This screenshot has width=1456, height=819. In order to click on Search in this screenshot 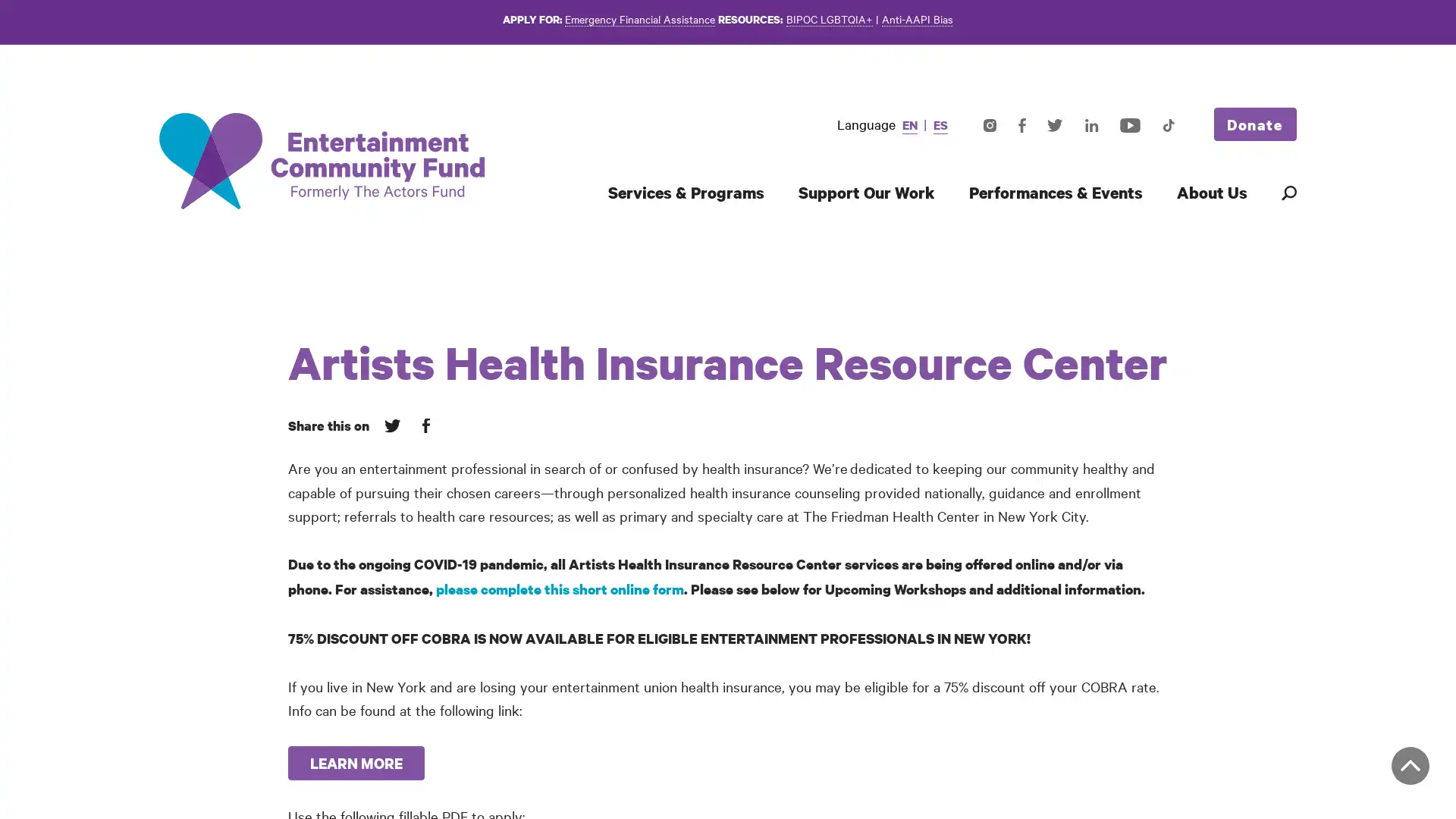, I will do `click(1288, 193)`.